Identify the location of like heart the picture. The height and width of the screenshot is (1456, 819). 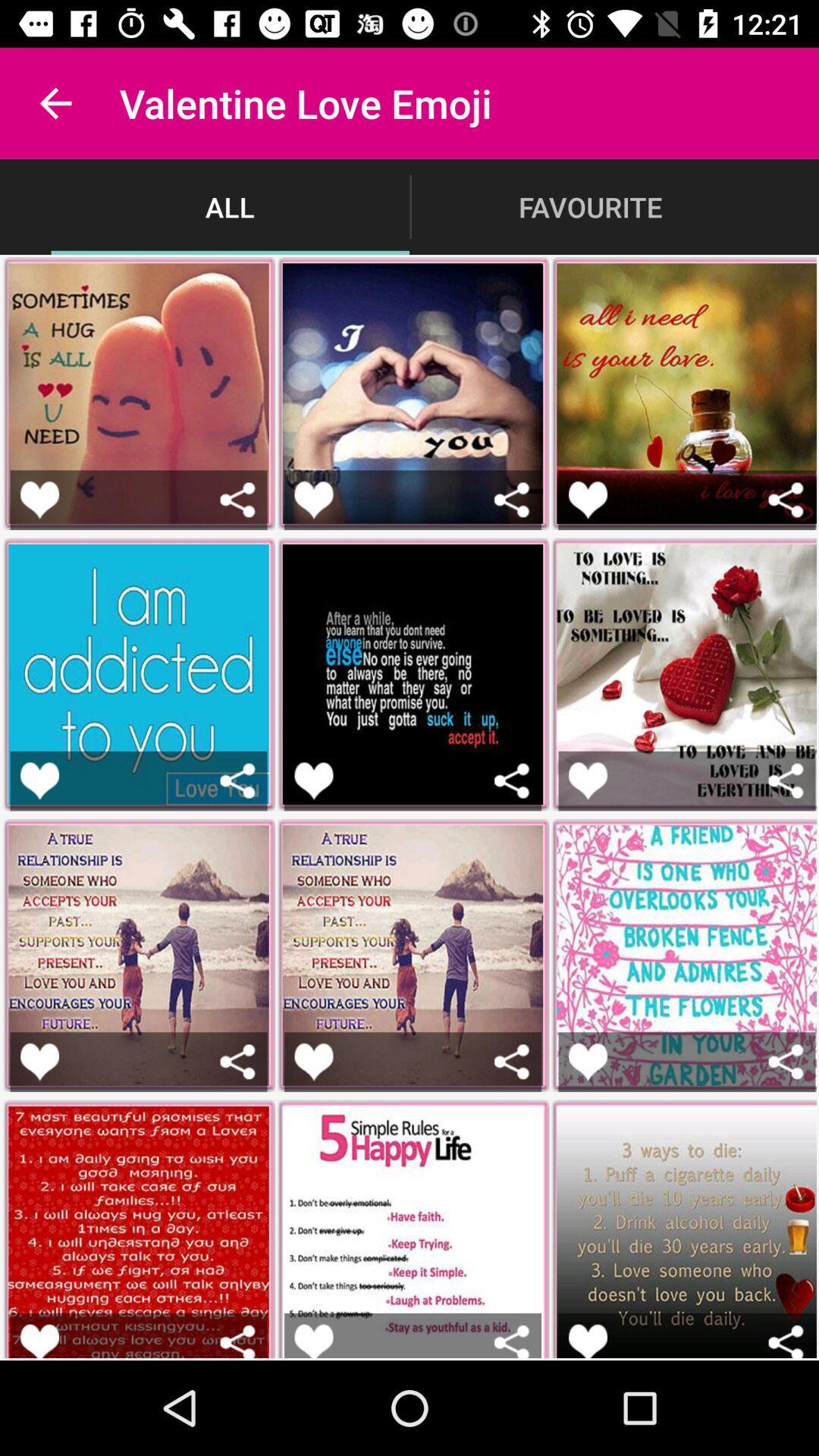
(39, 780).